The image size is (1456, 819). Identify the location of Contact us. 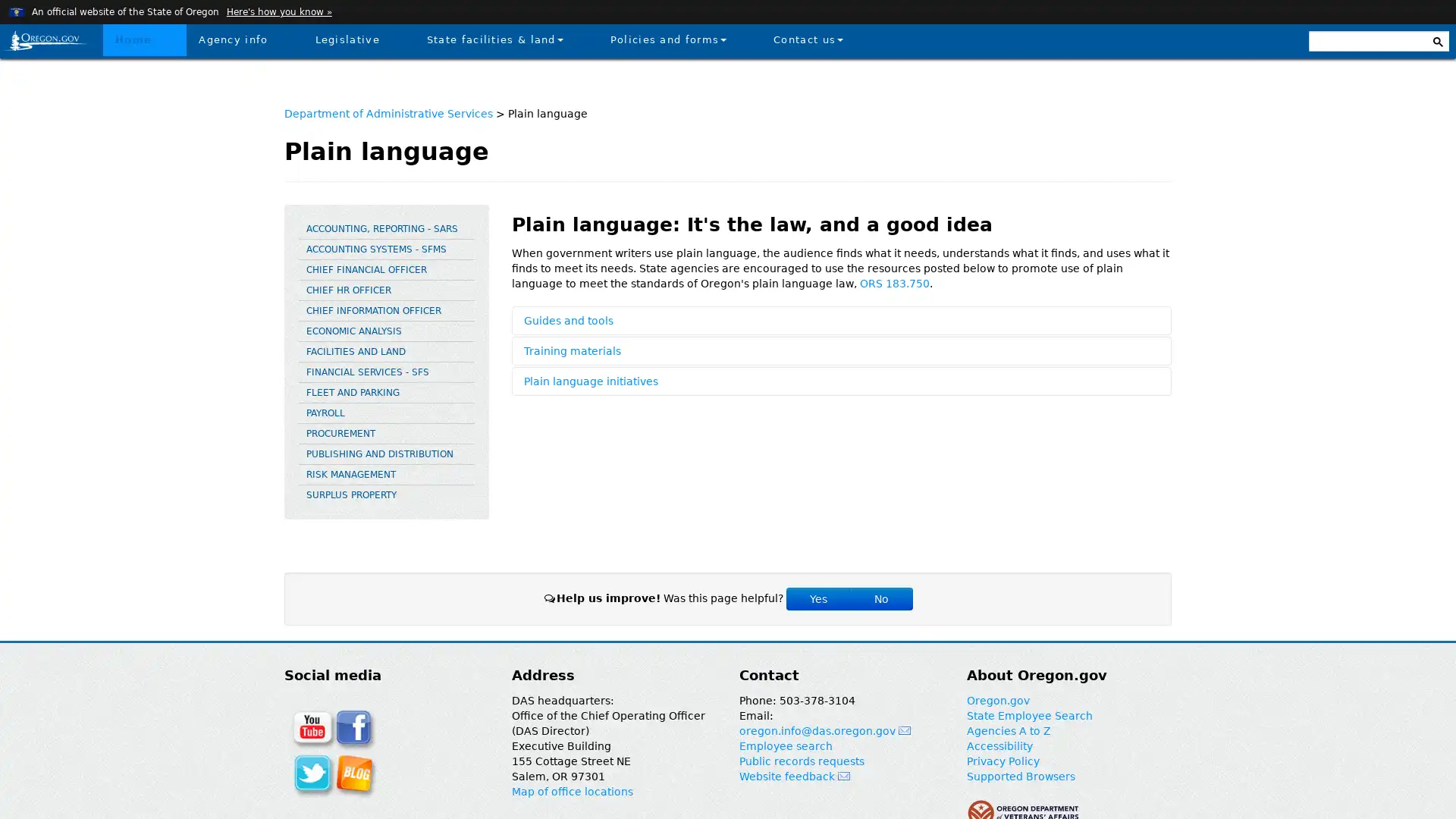
(807, 38).